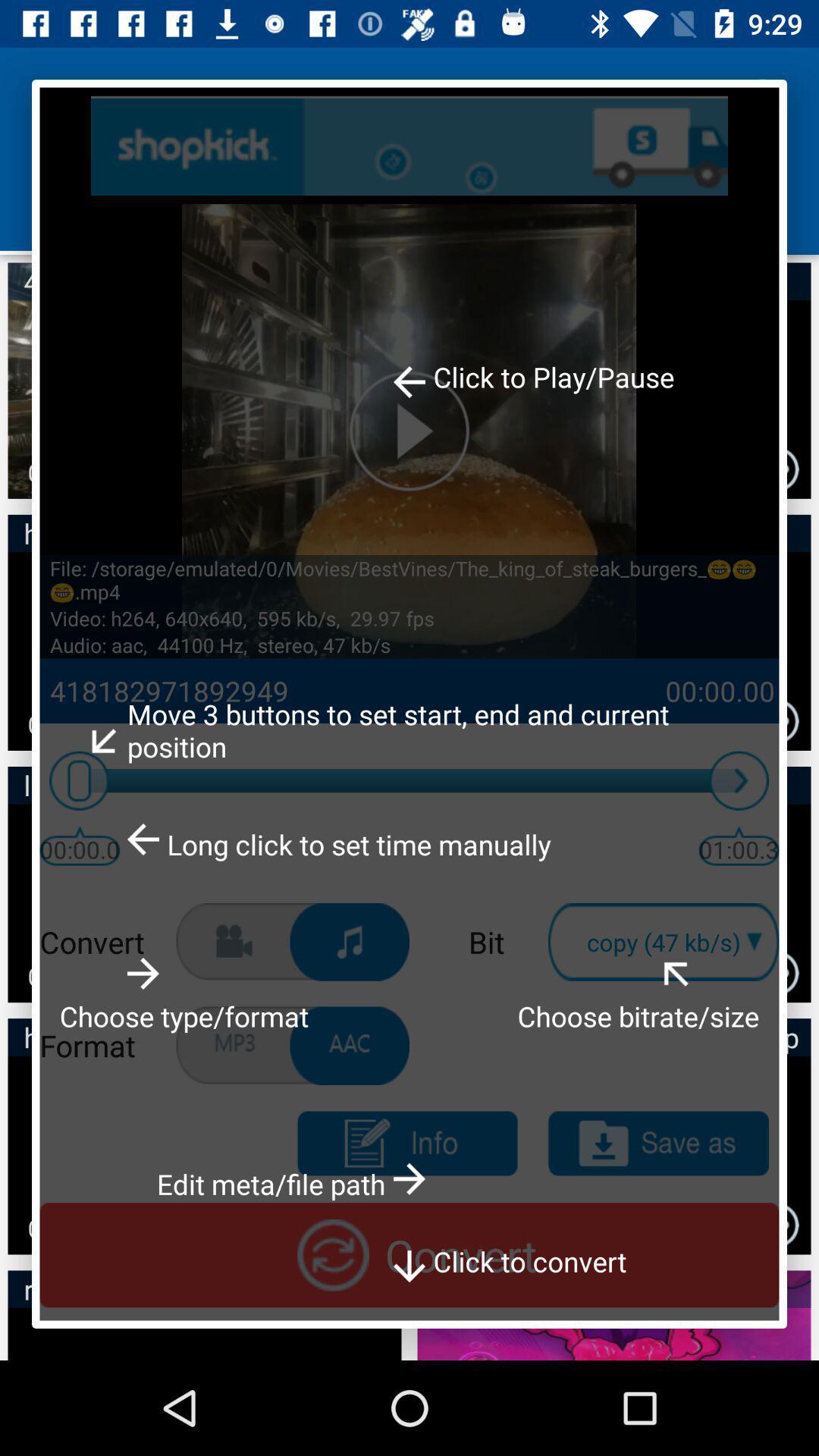  Describe the element at coordinates (409, 146) in the screenshot. I see `shopkick icon` at that location.